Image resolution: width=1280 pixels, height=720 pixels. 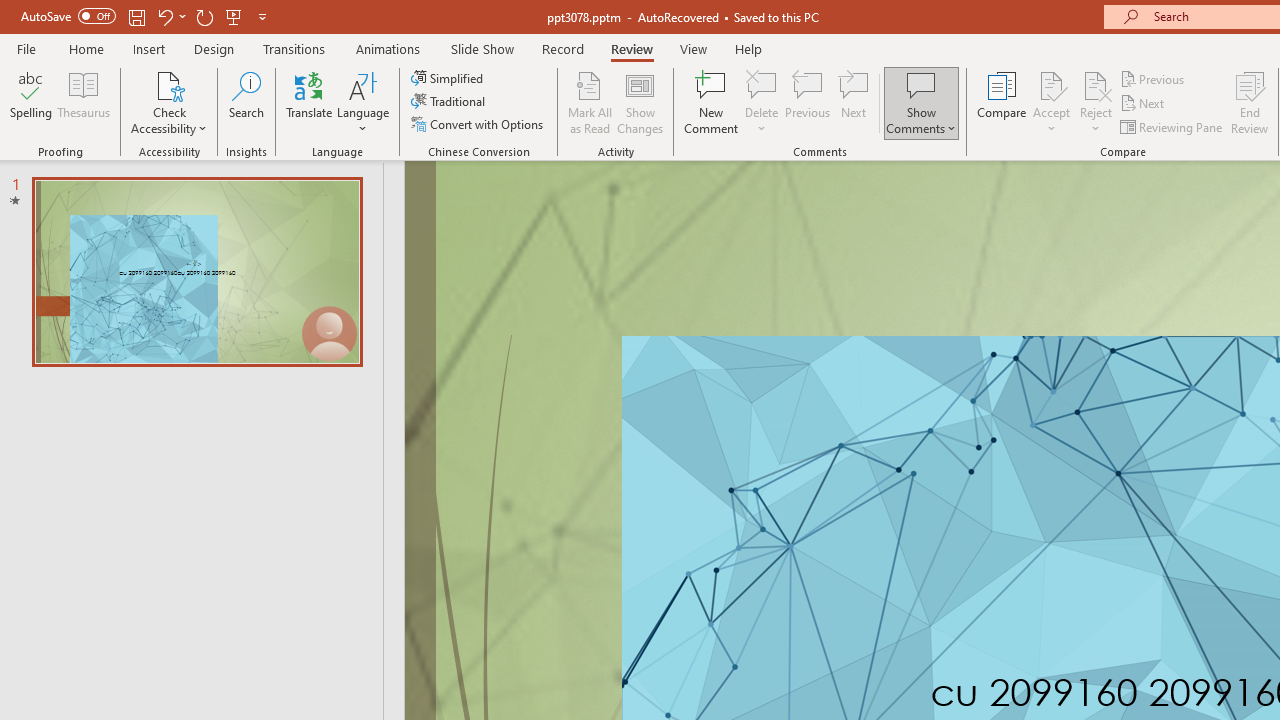 I want to click on 'Show Changes', so click(x=640, y=103).